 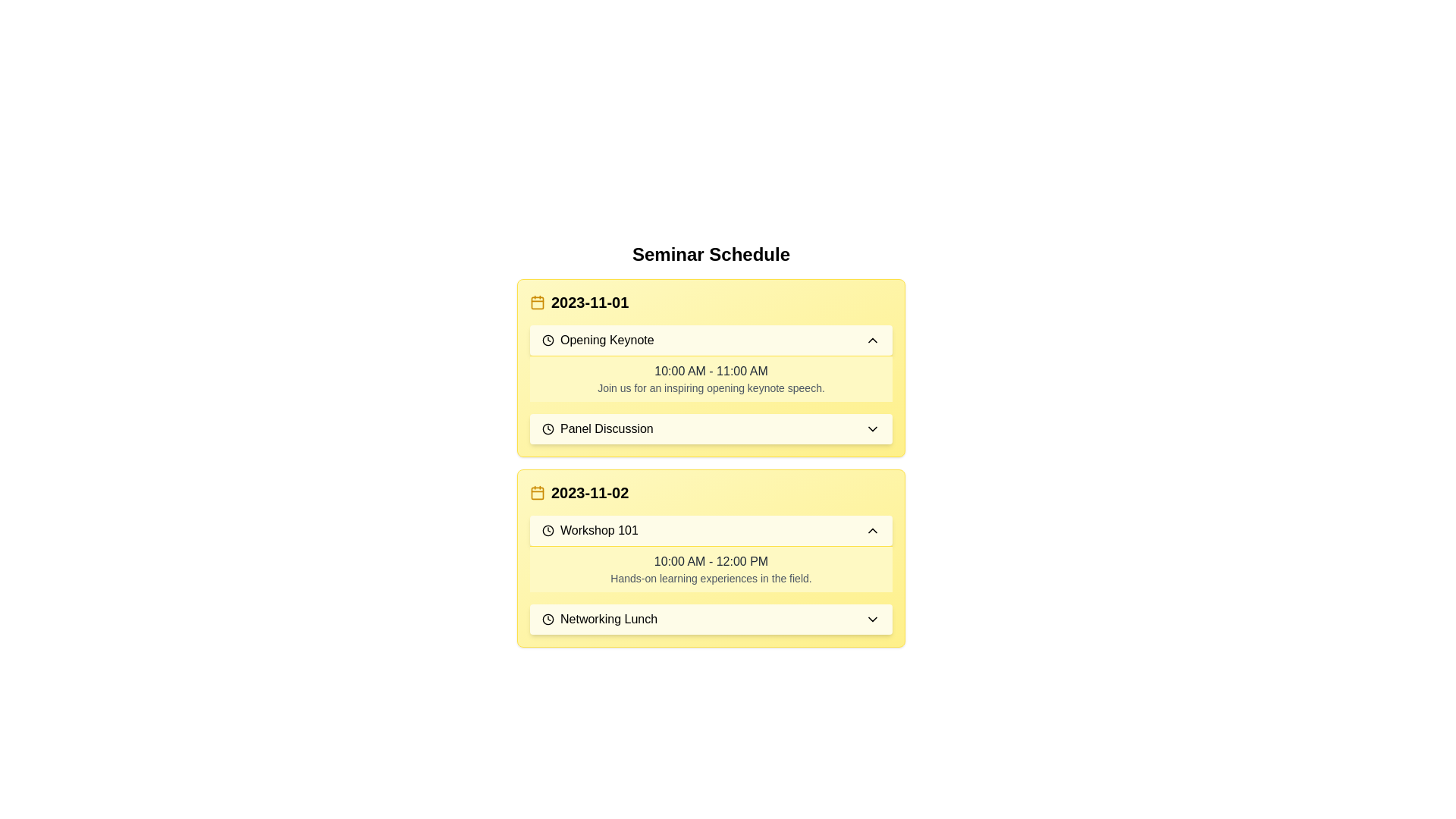 What do you see at coordinates (710, 388) in the screenshot?
I see `the static text that reads 'Join us for an inspiring opening keynote speech.' located under the time range '10:00 AM - 11:00 AM' in the 'Opening Keynote' section of the '2023-11-01' schedule` at bounding box center [710, 388].